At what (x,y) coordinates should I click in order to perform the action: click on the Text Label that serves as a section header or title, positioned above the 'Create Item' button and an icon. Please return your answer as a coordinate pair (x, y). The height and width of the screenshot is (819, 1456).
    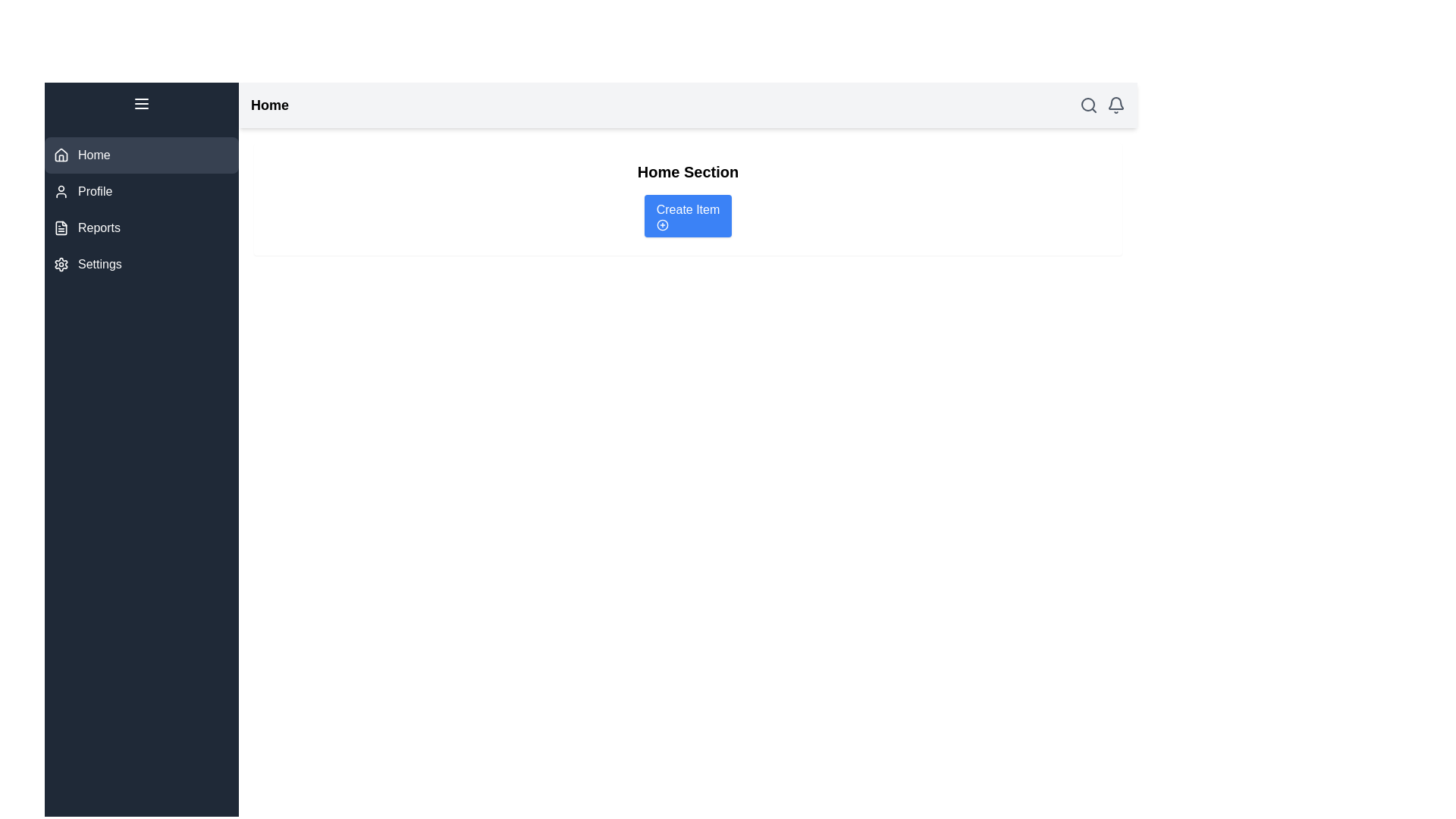
    Looking at the image, I should click on (687, 171).